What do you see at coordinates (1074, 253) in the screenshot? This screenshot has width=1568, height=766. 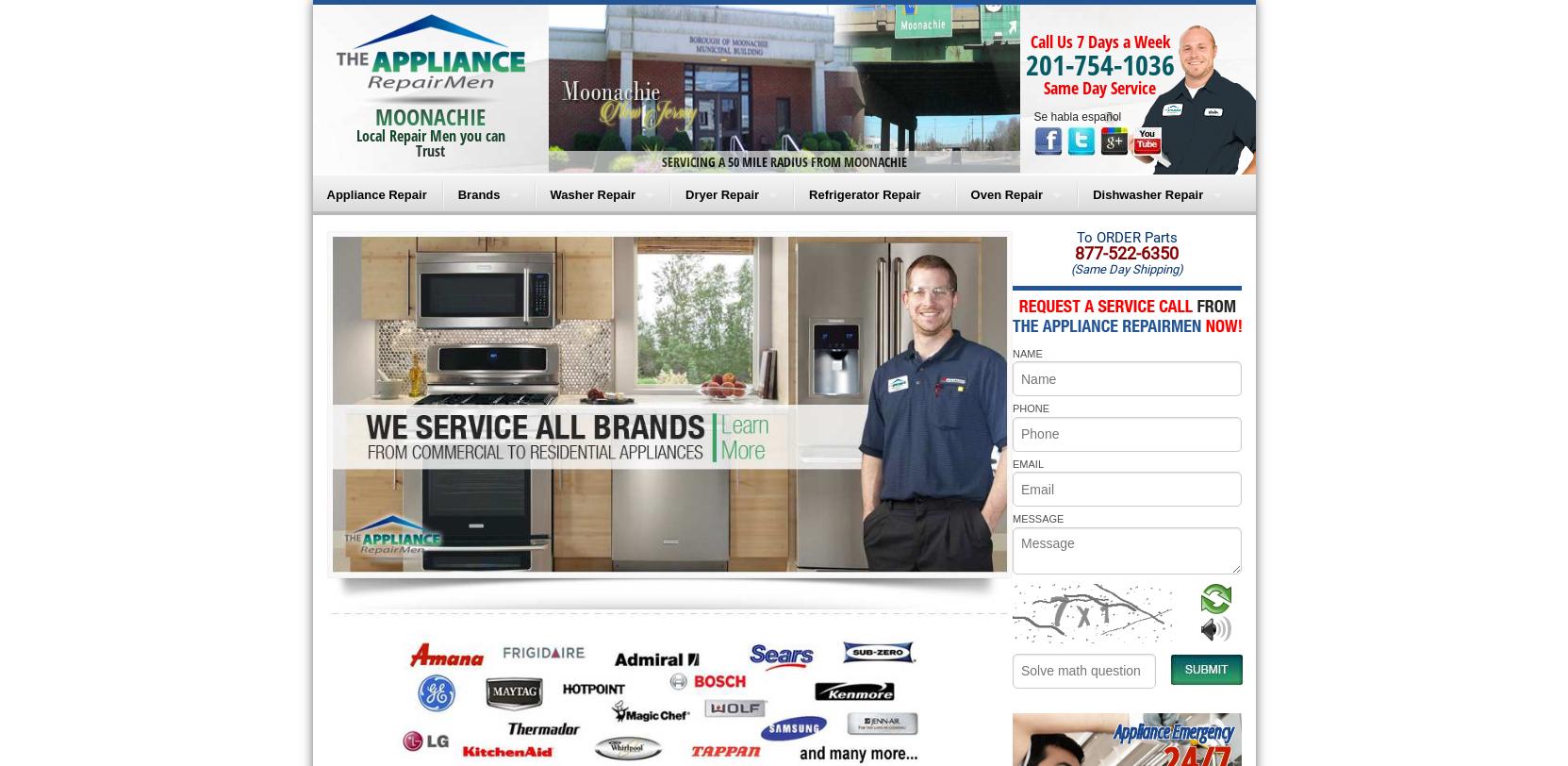 I see `'877-522-6350'` at bounding box center [1074, 253].